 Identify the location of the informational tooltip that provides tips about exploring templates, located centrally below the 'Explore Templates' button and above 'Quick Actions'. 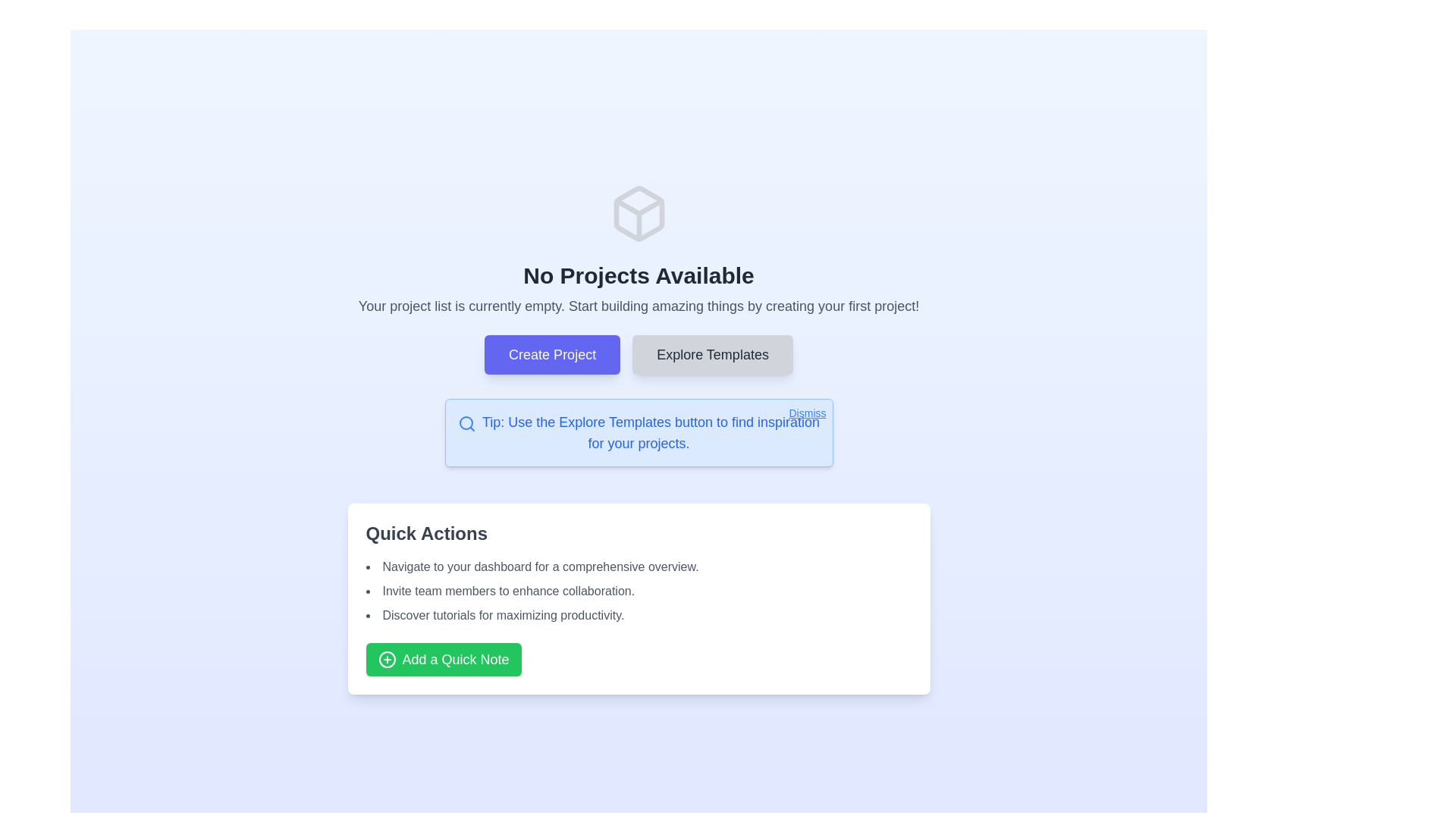
(639, 432).